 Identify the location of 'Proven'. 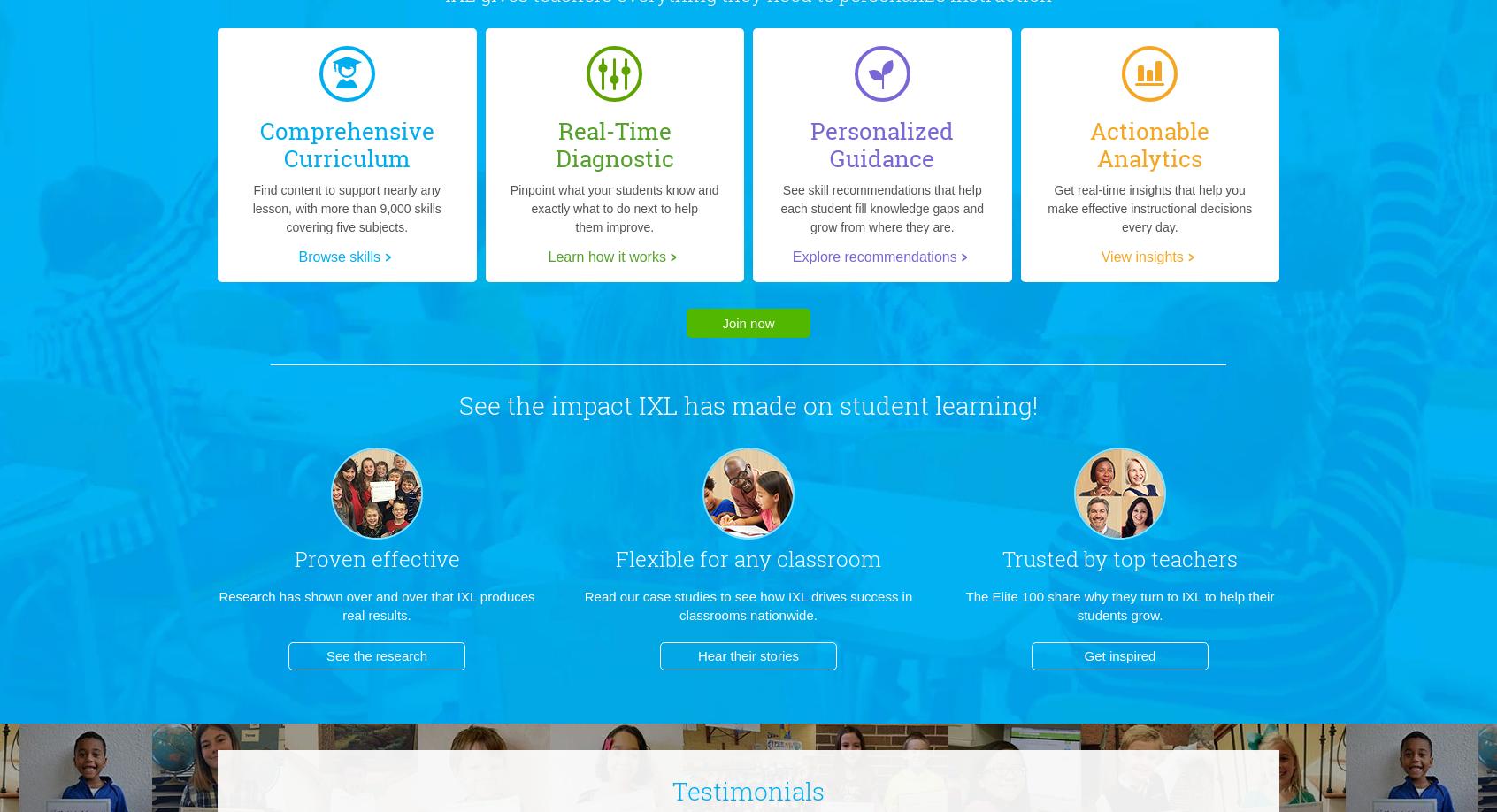
(329, 558).